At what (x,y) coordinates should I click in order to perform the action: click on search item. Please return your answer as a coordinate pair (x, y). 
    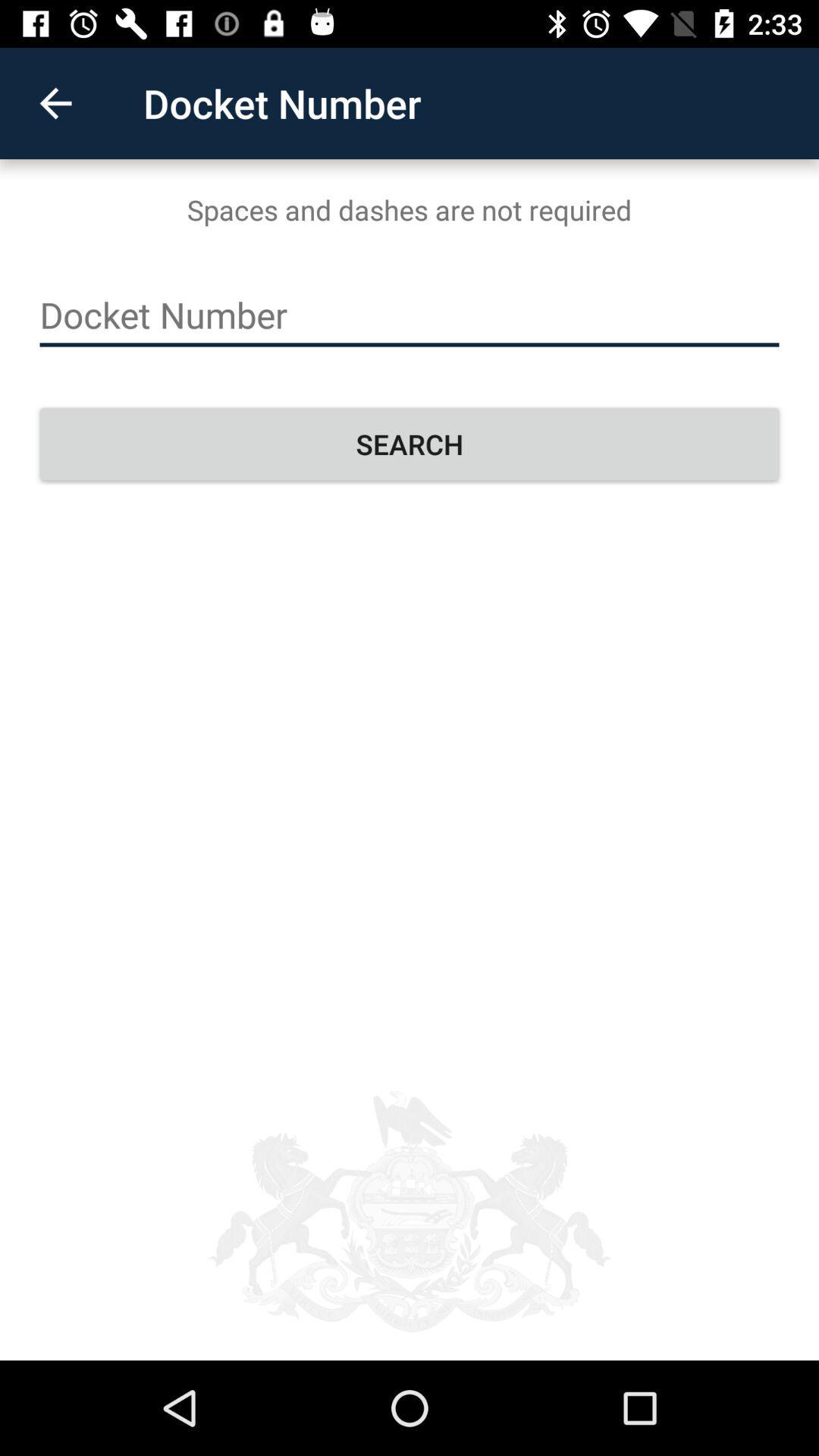
    Looking at the image, I should click on (409, 443).